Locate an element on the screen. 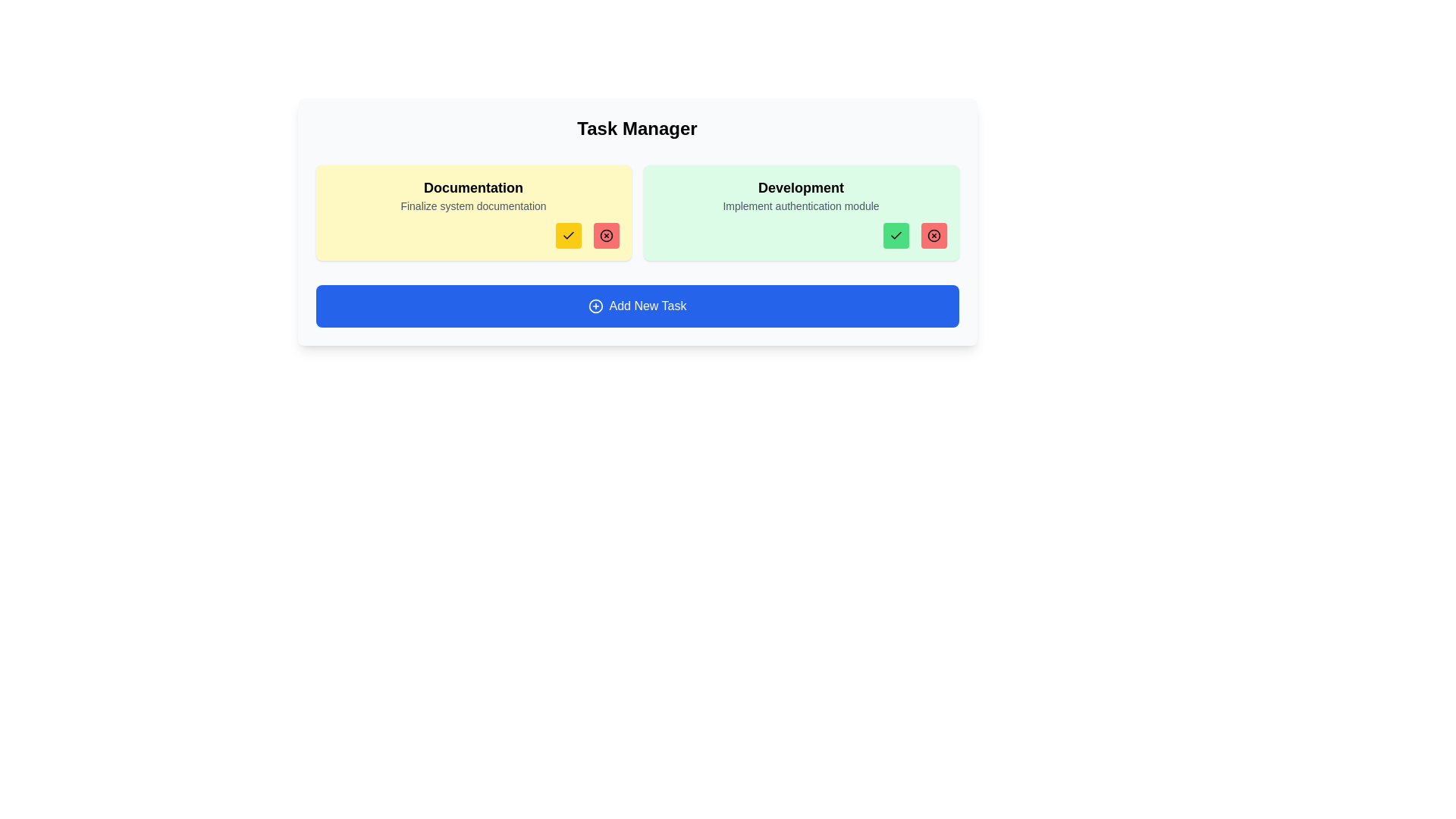 The width and height of the screenshot is (1456, 819). text from the Text Label located below the 'Development' label in the task management interface is located at coordinates (800, 206).